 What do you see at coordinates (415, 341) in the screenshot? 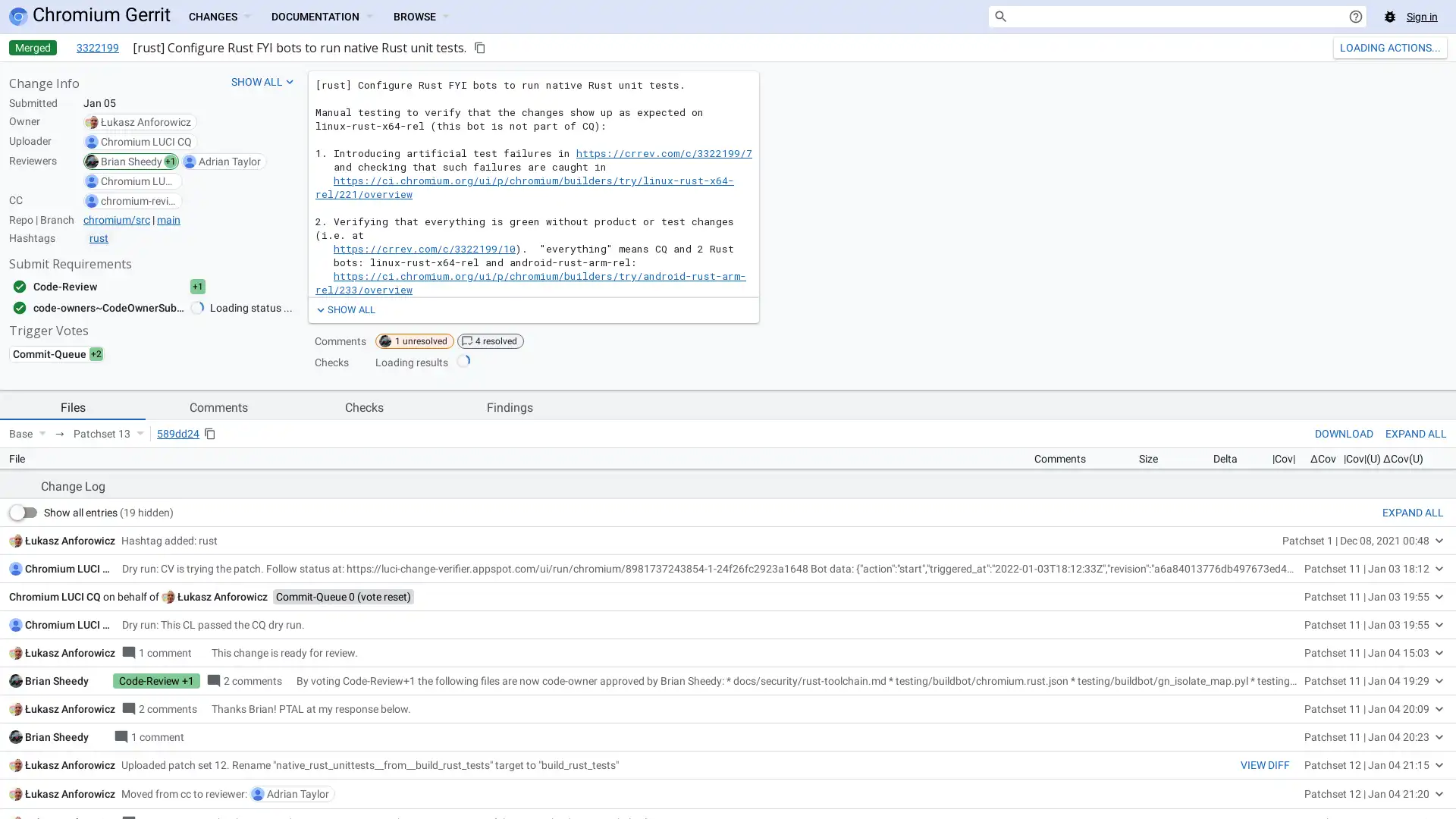
I see `1 unresolved` at bounding box center [415, 341].